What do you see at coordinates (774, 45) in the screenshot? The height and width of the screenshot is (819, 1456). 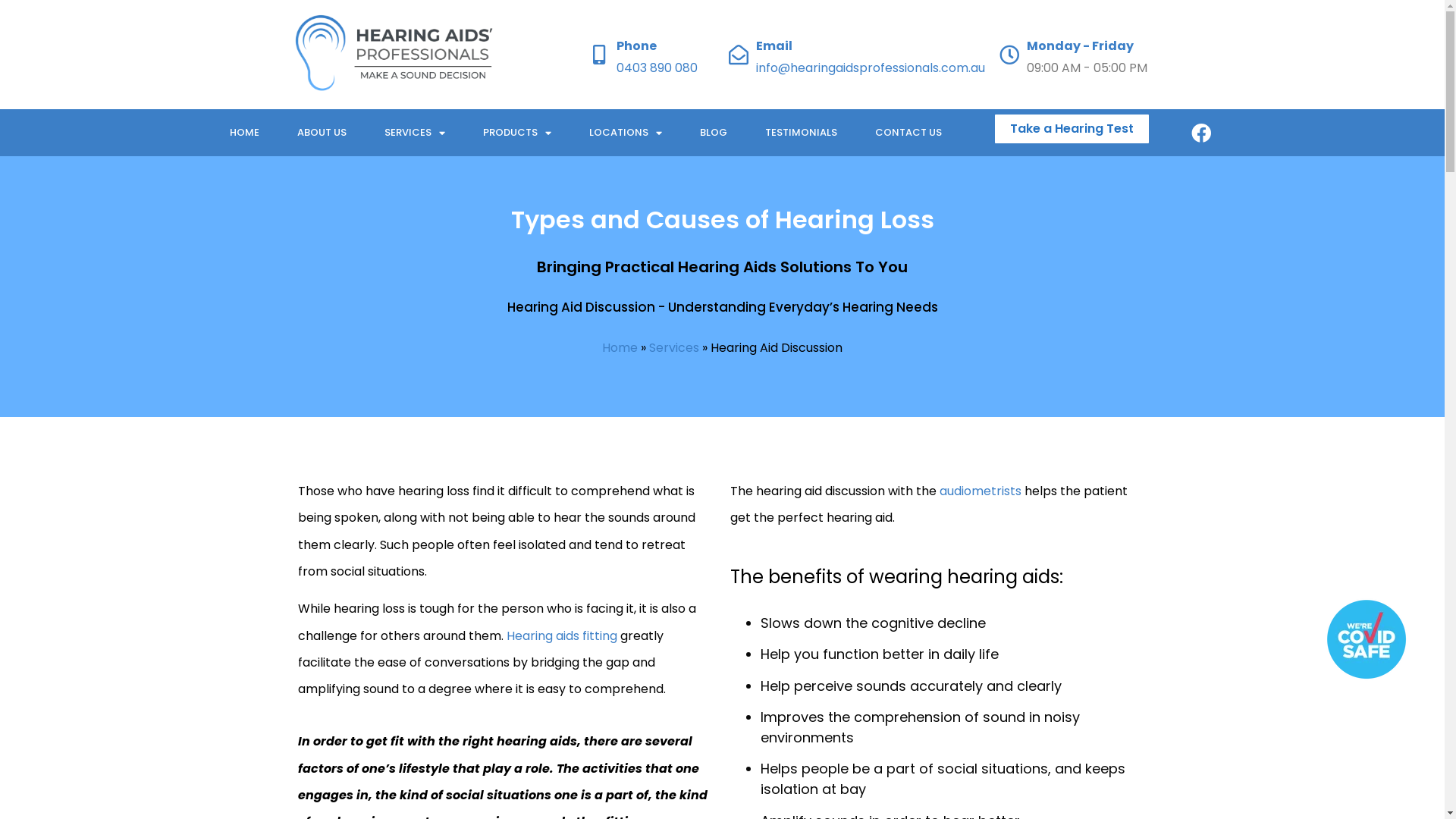 I see `'Email'` at bounding box center [774, 45].